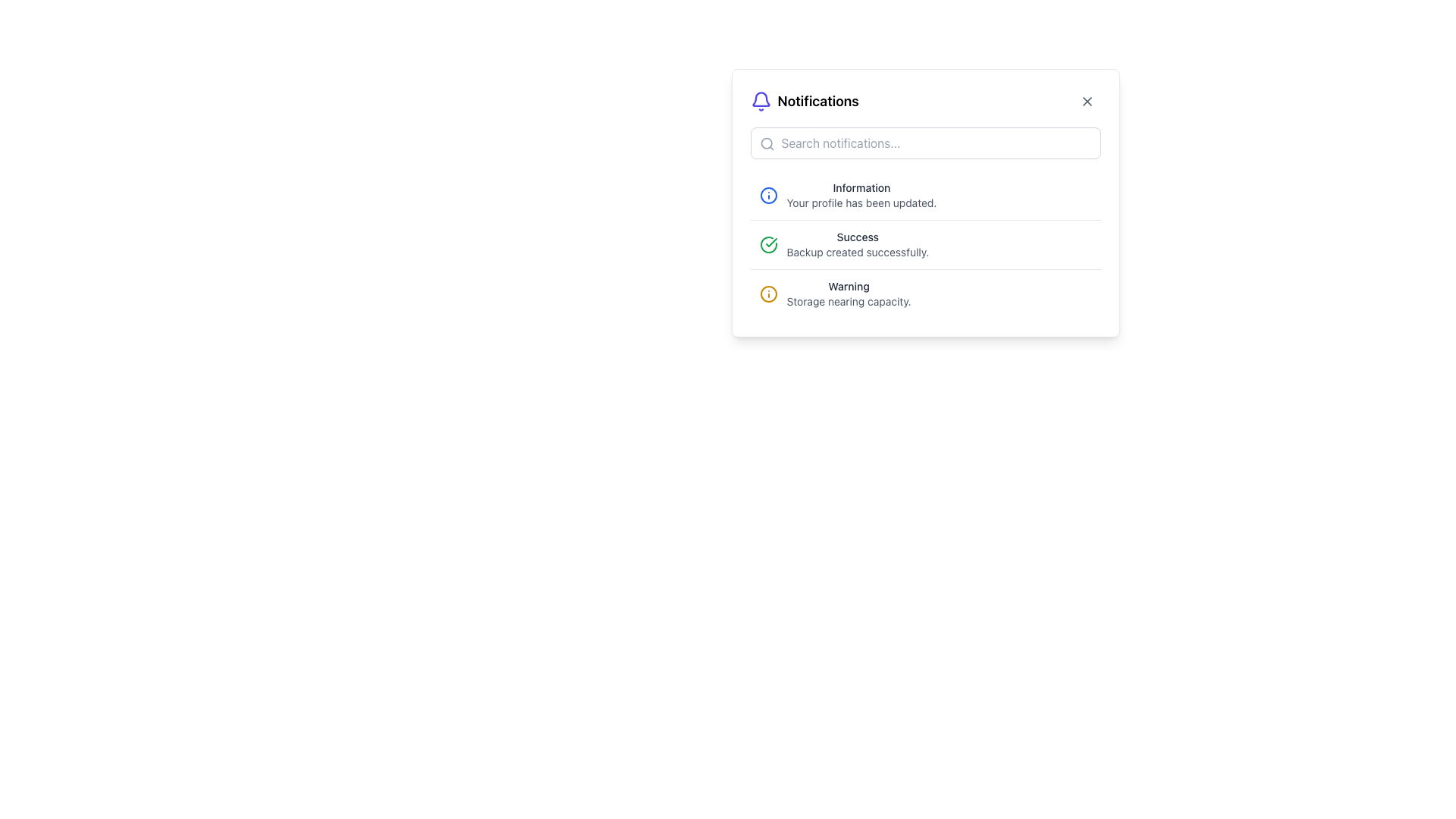 Image resolution: width=1456 pixels, height=819 pixels. Describe the element at coordinates (1086, 102) in the screenshot. I see `the close button located at the upper-right of the Notifications panel` at that location.